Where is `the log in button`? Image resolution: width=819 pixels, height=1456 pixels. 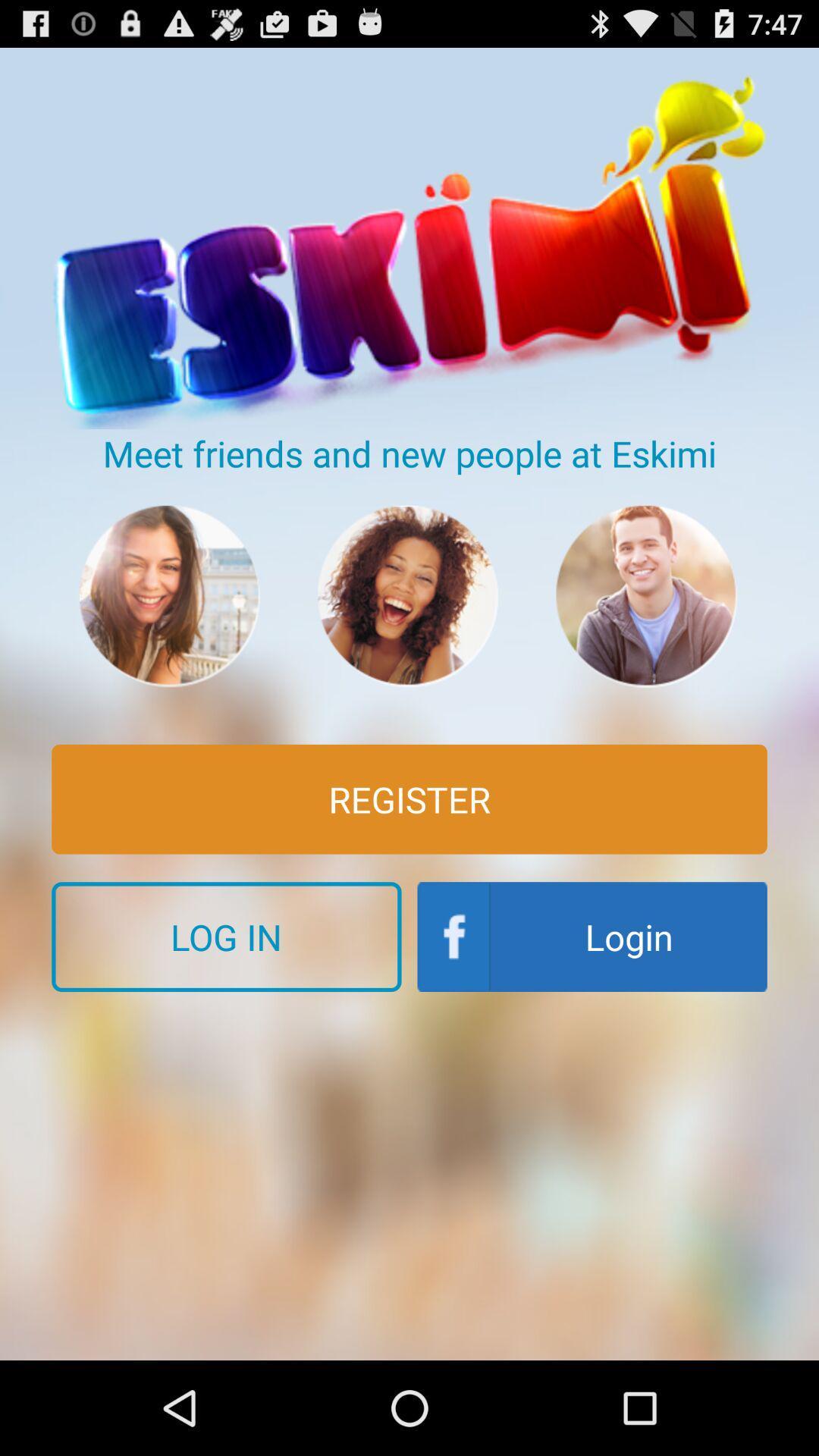 the log in button is located at coordinates (226, 936).